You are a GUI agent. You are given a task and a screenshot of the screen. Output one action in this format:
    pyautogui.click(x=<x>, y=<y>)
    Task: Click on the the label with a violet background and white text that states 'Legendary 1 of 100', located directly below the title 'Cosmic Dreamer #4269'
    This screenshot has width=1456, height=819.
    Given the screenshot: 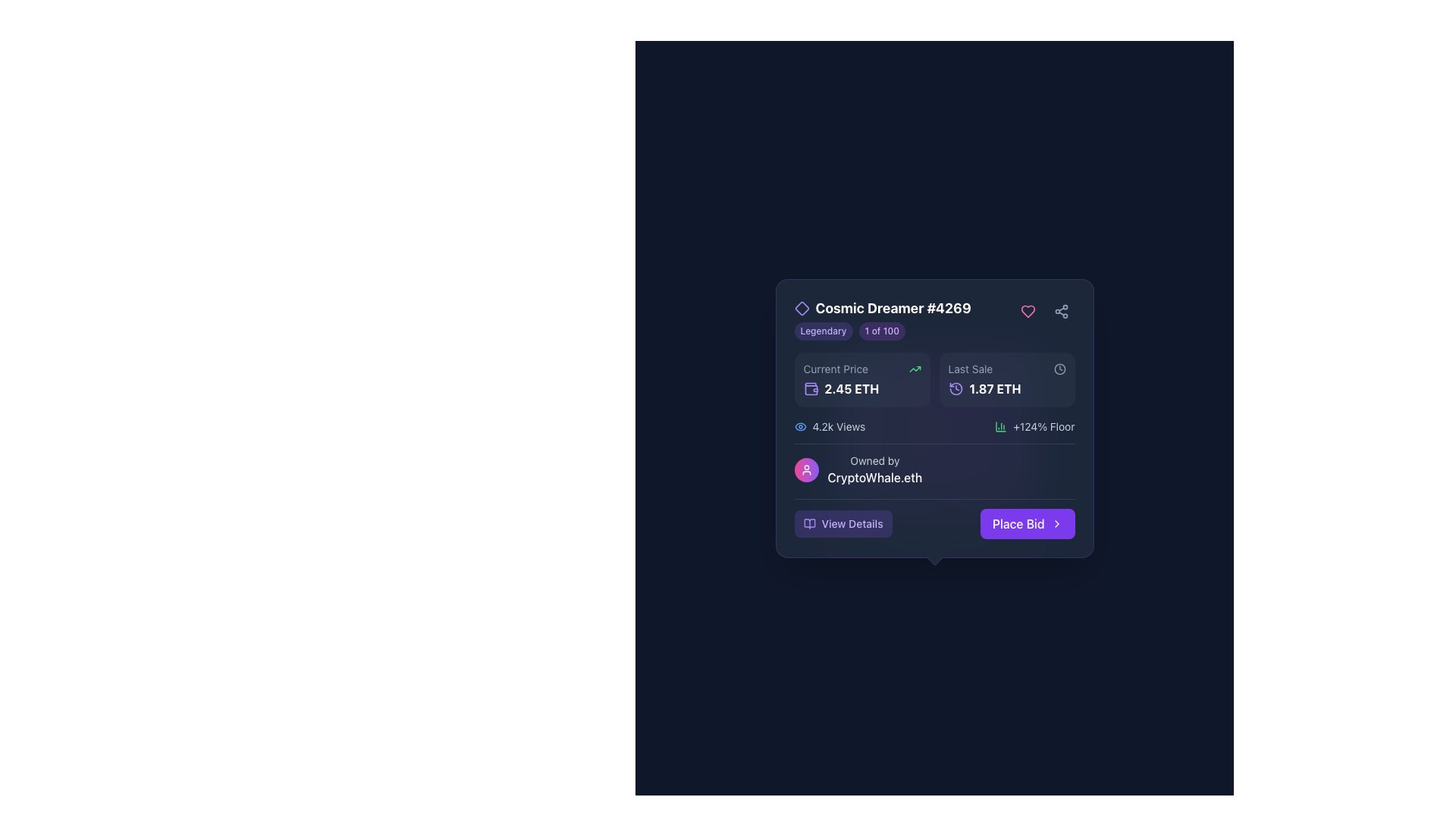 What is the action you would take?
    pyautogui.click(x=883, y=330)
    